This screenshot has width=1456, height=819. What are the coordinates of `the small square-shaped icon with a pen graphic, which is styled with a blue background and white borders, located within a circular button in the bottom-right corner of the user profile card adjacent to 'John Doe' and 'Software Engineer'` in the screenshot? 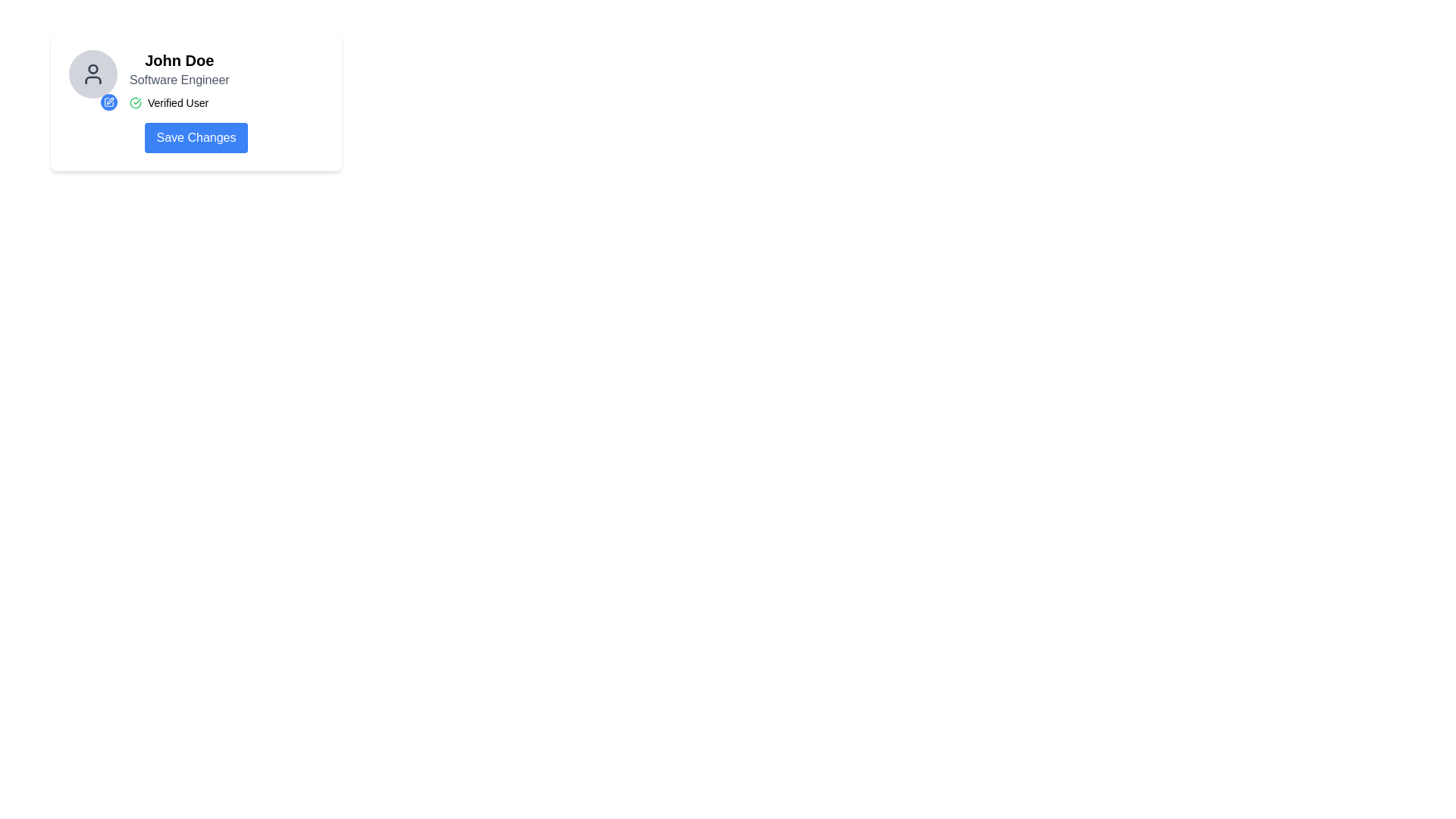 It's located at (108, 102).